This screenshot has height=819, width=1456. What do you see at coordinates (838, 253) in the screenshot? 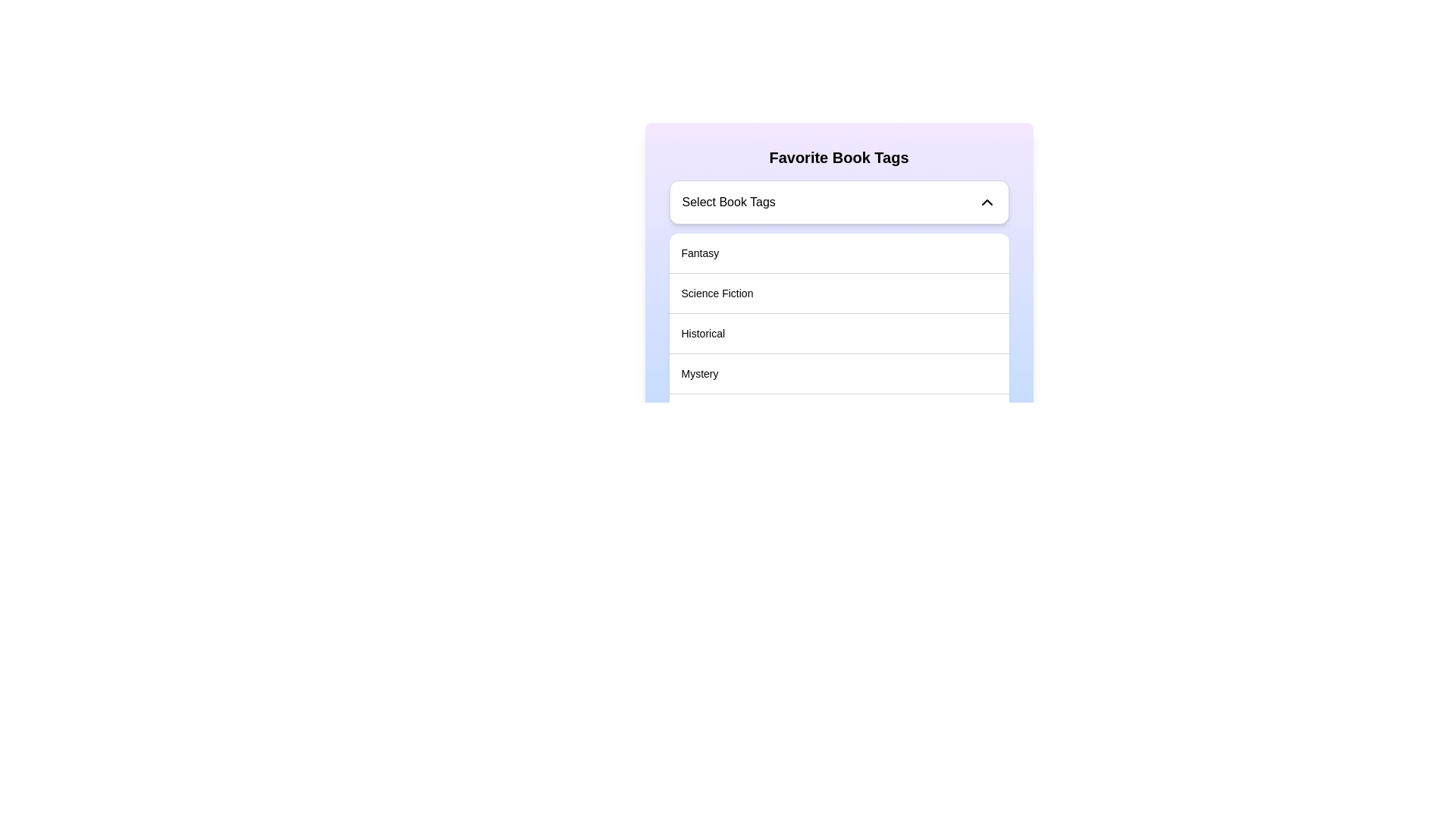
I see `the first selectable list item for the 'Fantasy' category under the 'Favorite Book Tags' section` at bounding box center [838, 253].